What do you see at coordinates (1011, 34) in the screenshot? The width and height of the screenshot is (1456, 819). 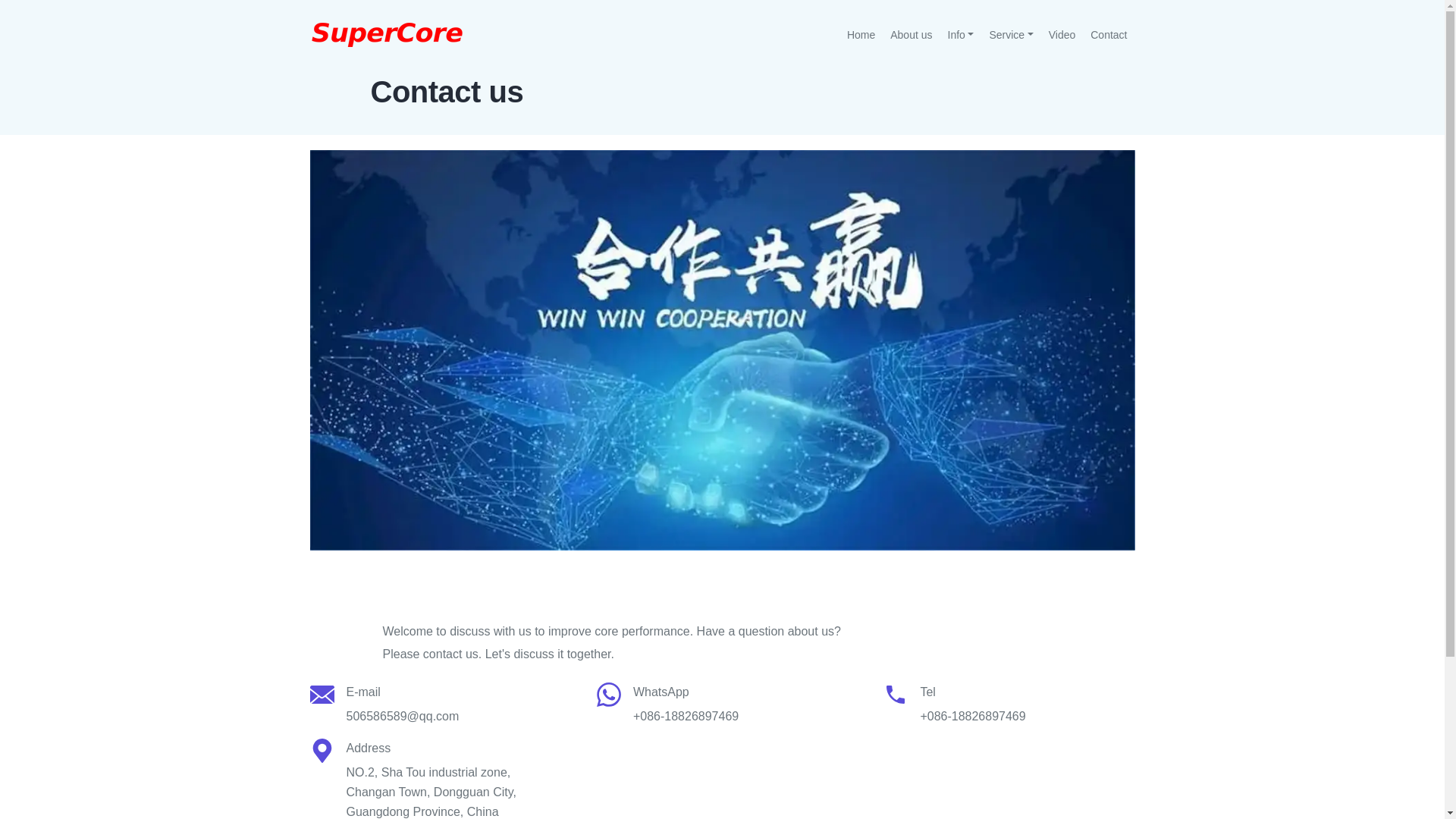 I see `'Service'` at bounding box center [1011, 34].